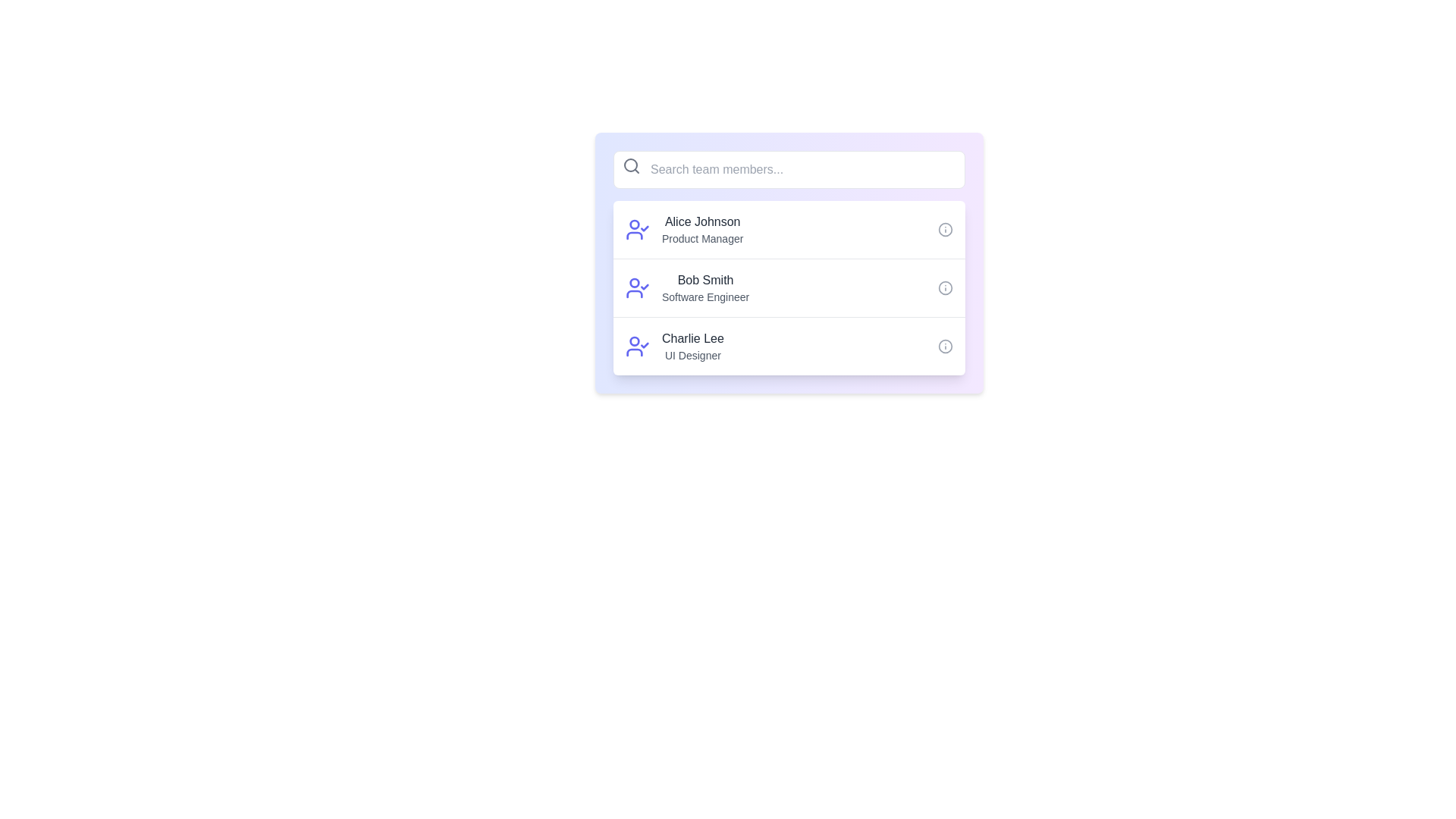 This screenshot has height=819, width=1456. What do you see at coordinates (945, 230) in the screenshot?
I see `the gray circular icon button with an exclamation mark, located to the right of 'Alice Johnson' in the team members list, to initiate an action` at bounding box center [945, 230].